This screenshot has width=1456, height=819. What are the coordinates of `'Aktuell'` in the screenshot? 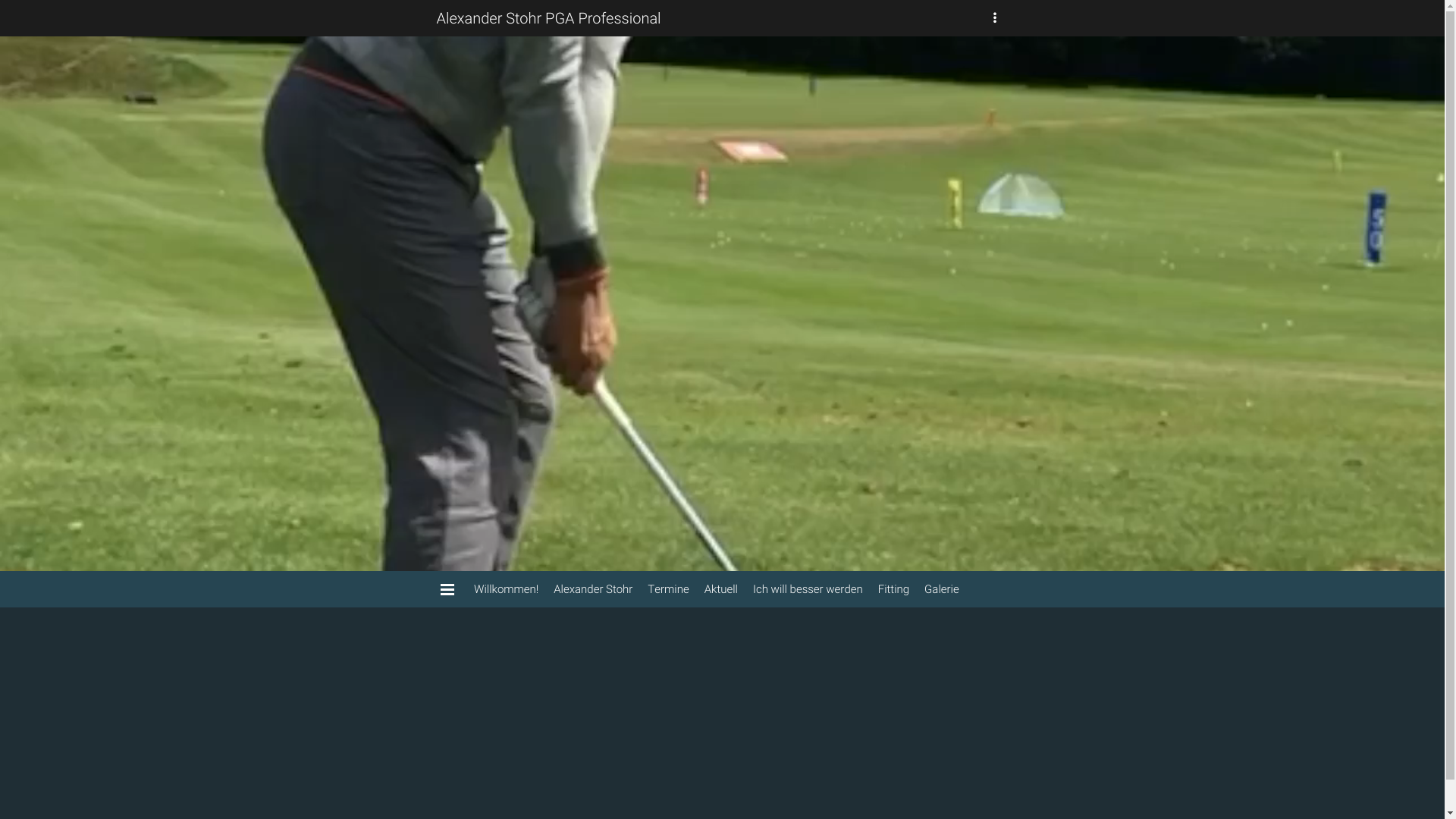 It's located at (720, 588).